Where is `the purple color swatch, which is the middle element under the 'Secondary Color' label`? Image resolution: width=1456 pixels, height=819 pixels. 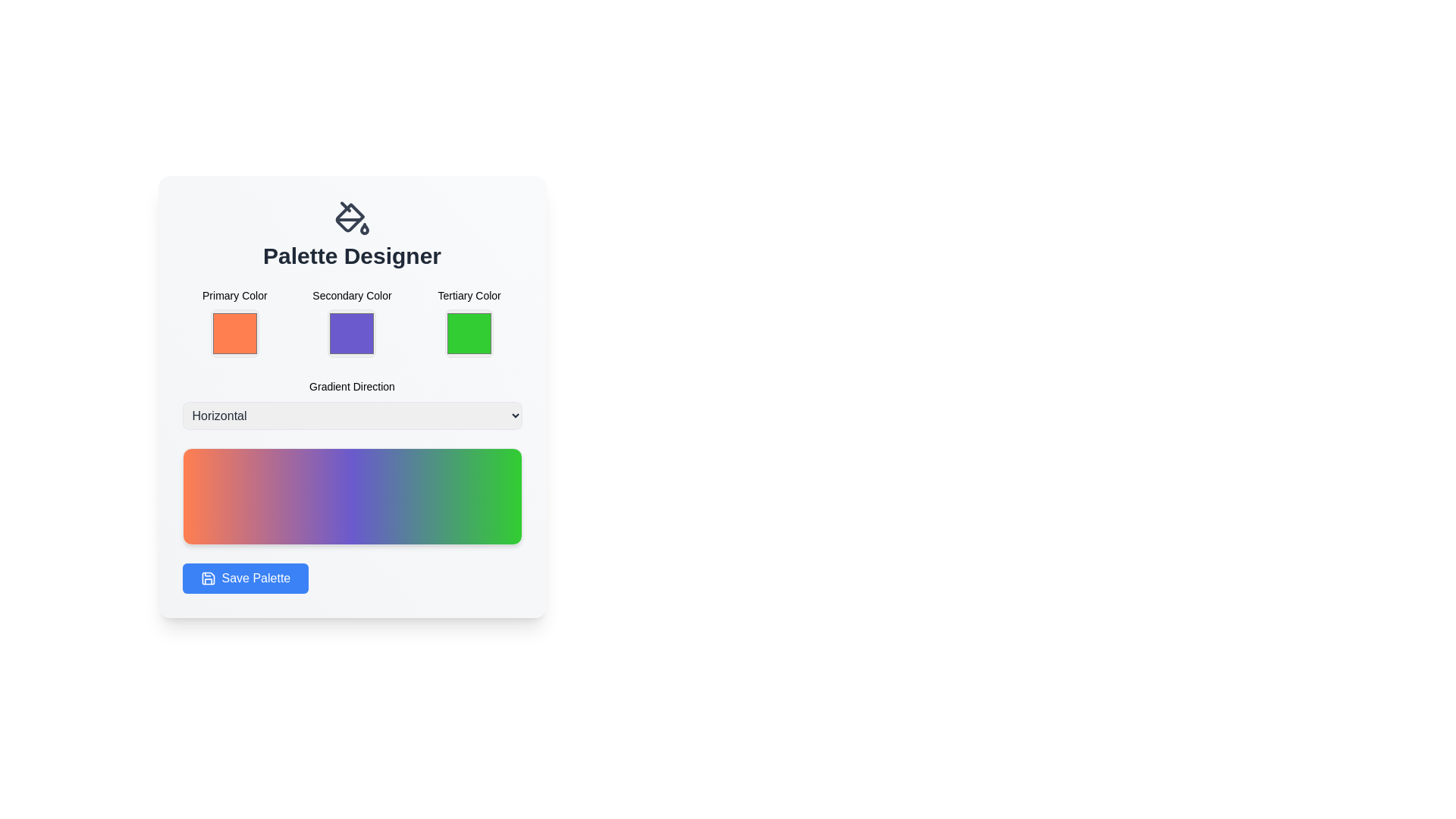
the purple color swatch, which is the middle element under the 'Secondary Color' label is located at coordinates (351, 332).